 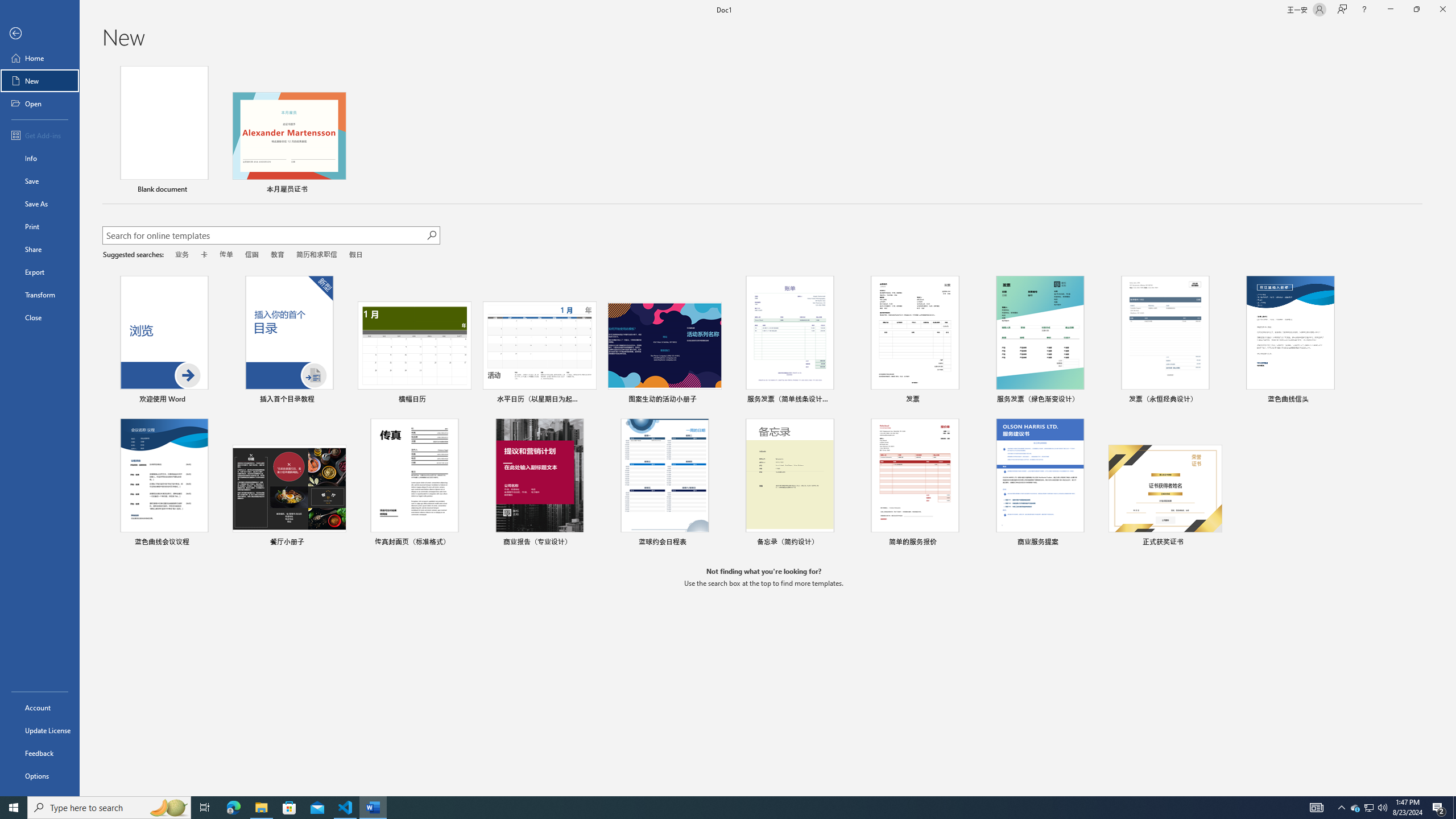 I want to click on 'Feedback', so click(x=39, y=753).